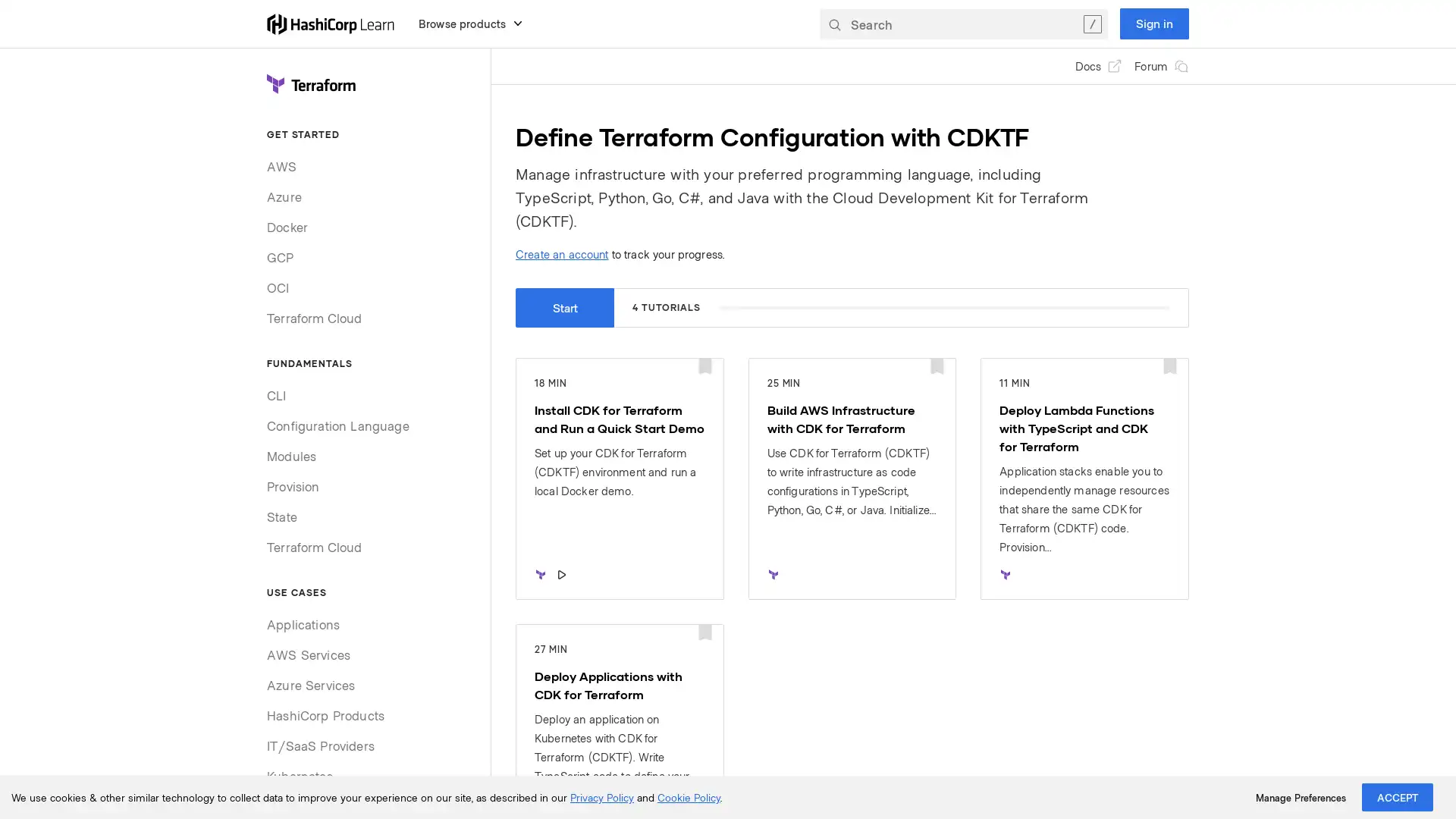 This screenshot has width=1456, height=819. Describe the element at coordinates (1092, 23) in the screenshot. I see `Clear the search query.` at that location.